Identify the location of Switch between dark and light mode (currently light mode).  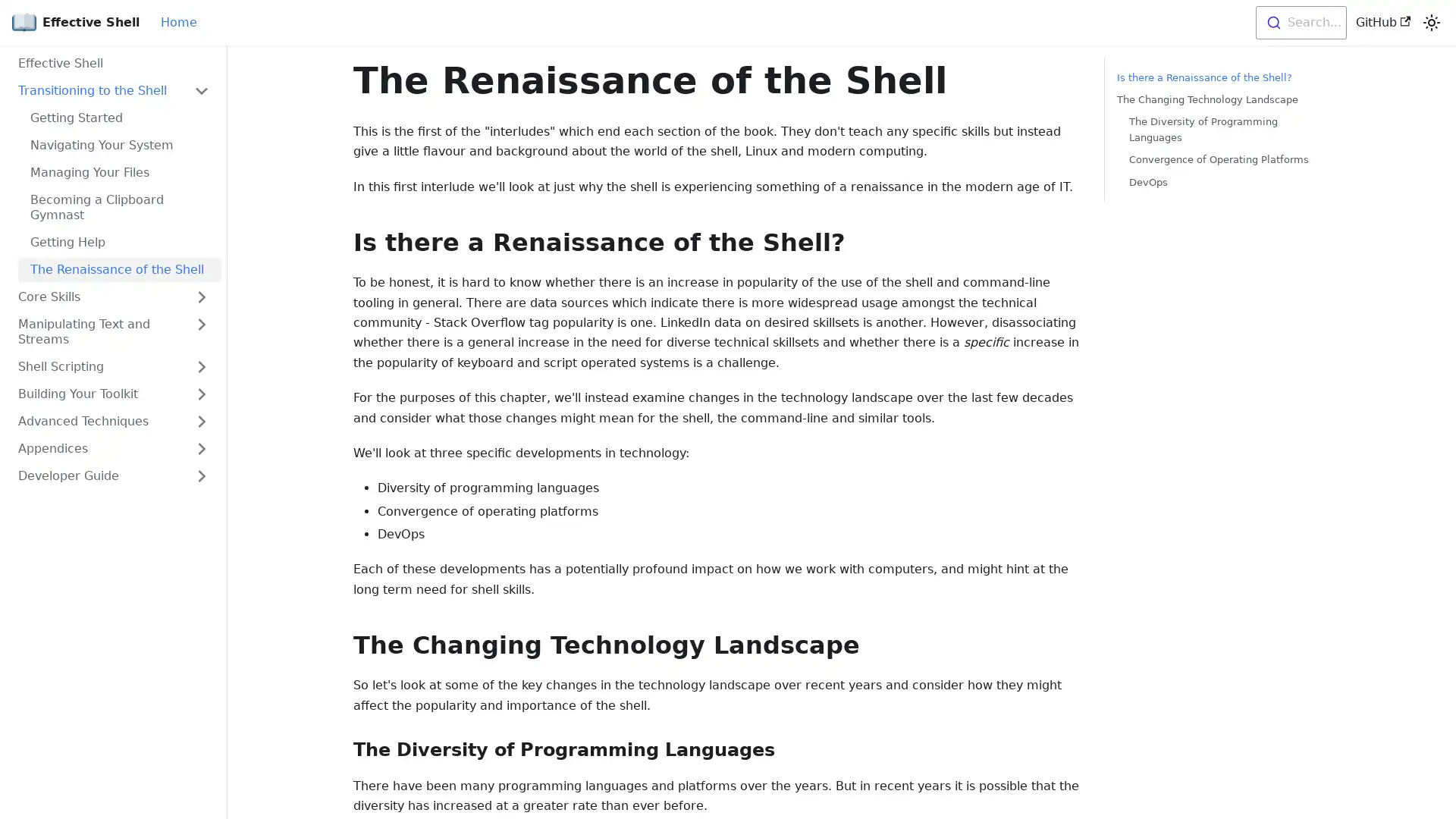
(1430, 23).